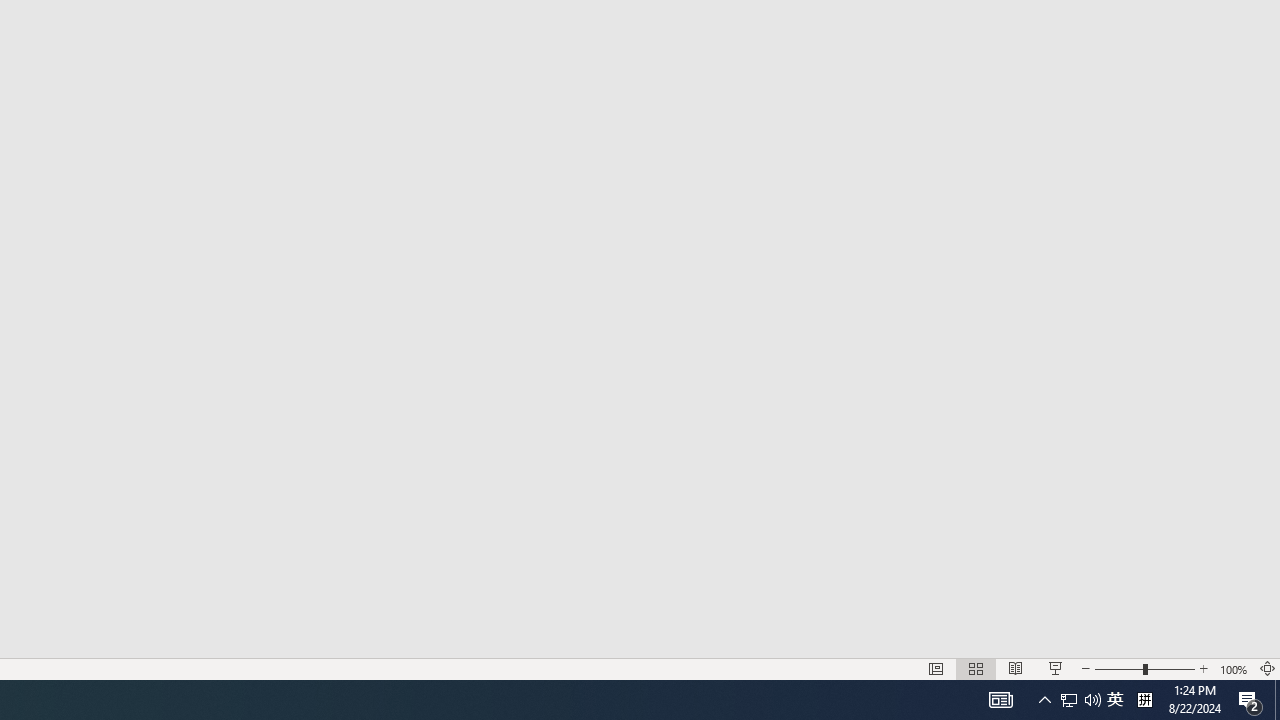  Describe the element at coordinates (935, 669) in the screenshot. I see `'Slide Sorter'` at that location.